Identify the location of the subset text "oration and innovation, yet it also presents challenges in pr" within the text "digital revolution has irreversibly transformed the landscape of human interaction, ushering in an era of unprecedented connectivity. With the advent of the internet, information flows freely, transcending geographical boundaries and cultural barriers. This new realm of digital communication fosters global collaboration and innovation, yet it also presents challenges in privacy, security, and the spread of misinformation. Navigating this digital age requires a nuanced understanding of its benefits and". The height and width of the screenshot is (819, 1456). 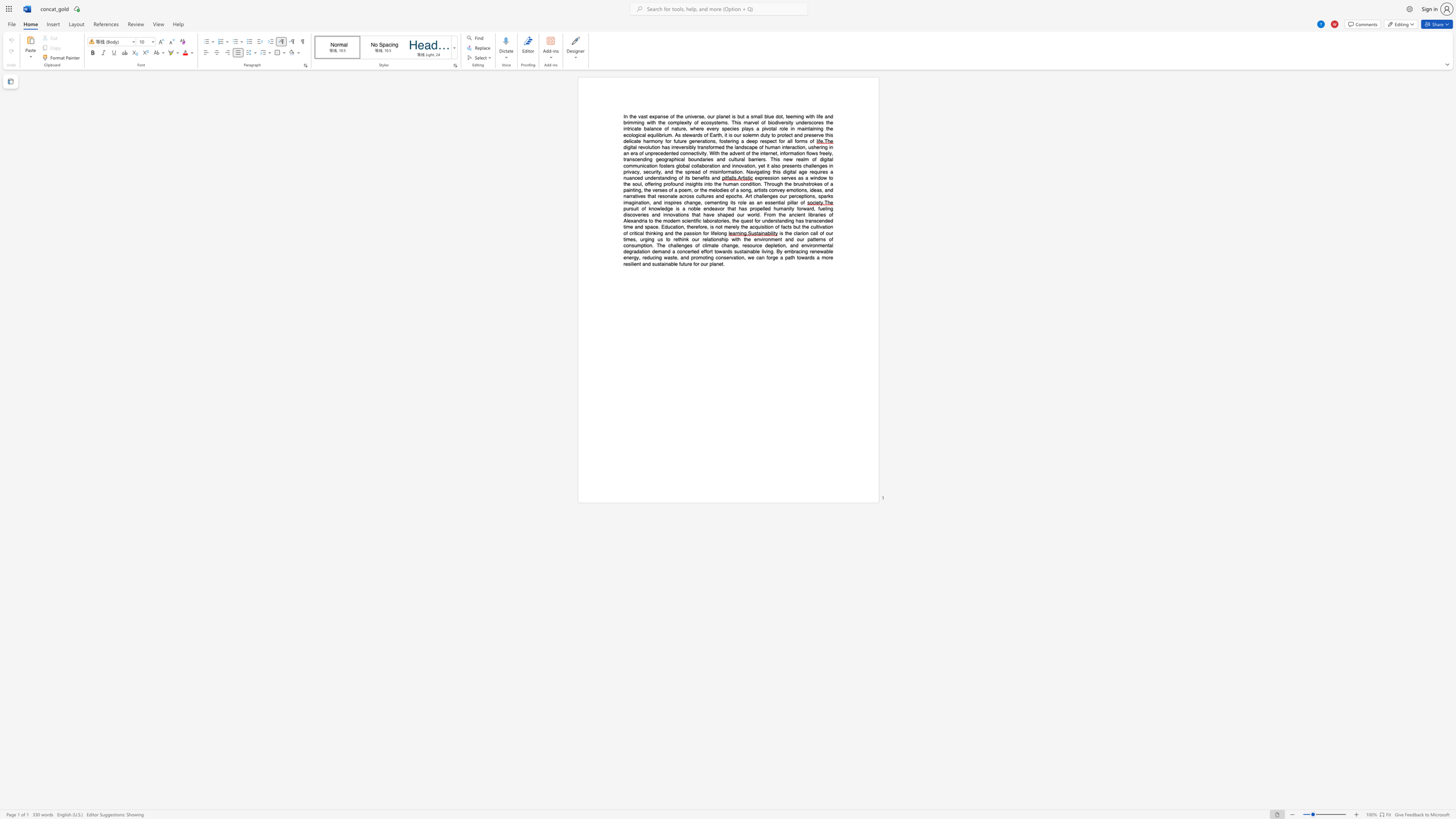
(704, 164).